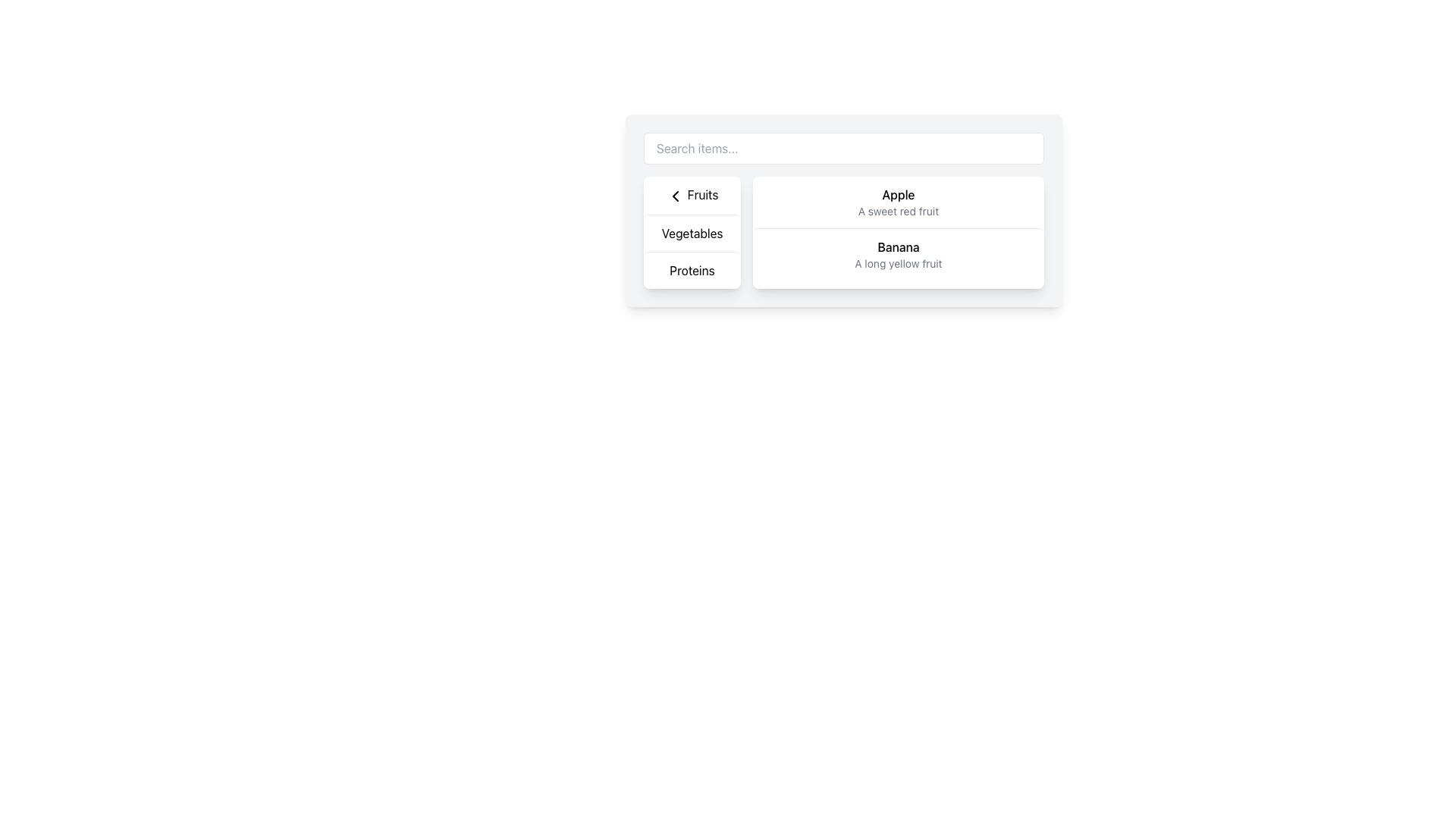 This screenshot has height=819, width=1456. What do you see at coordinates (691, 231) in the screenshot?
I see `the 'Vegetables' list item, which is a vertical list item with black text on a white background` at bounding box center [691, 231].